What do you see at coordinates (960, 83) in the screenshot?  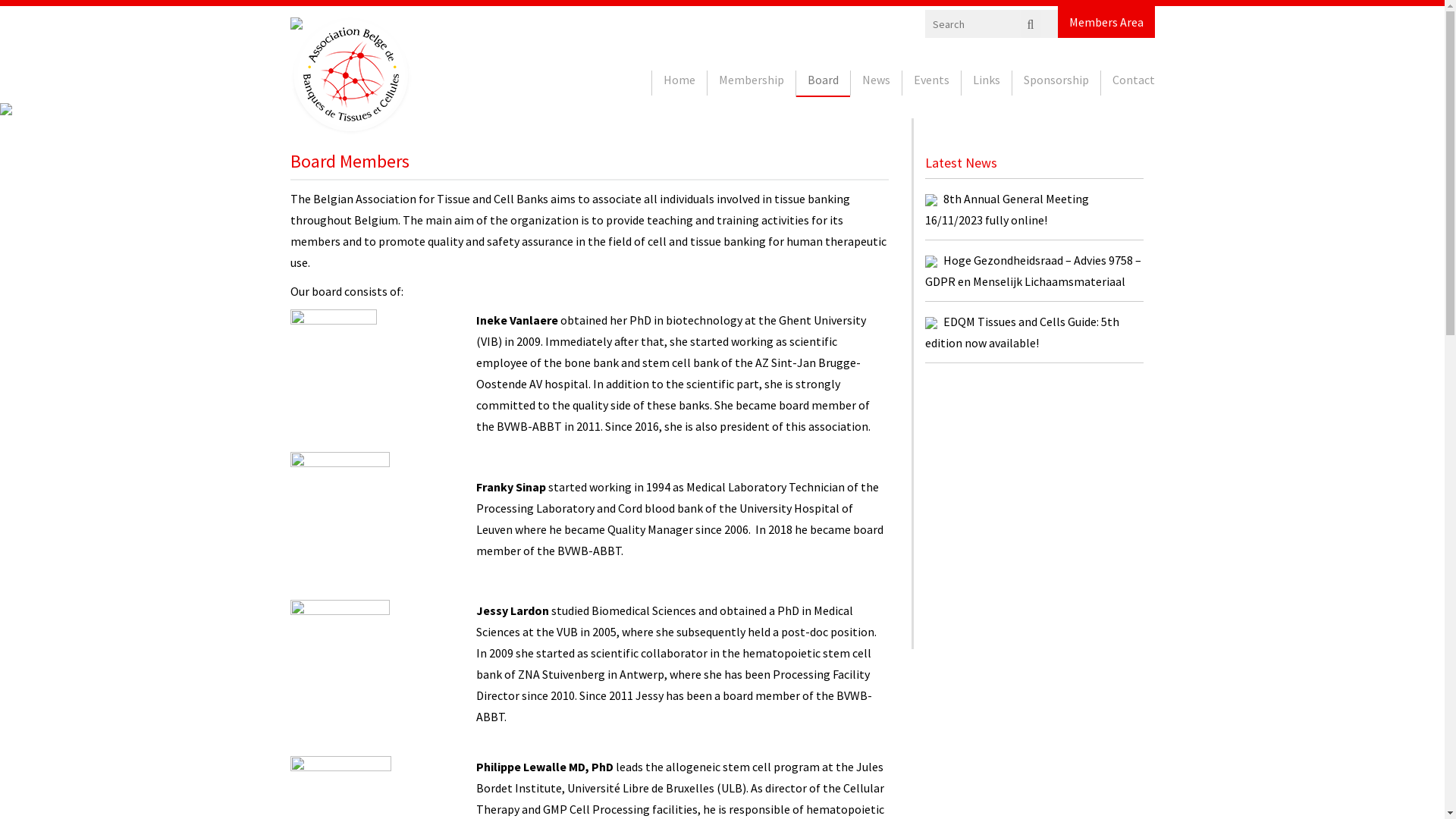 I see `'Links'` at bounding box center [960, 83].